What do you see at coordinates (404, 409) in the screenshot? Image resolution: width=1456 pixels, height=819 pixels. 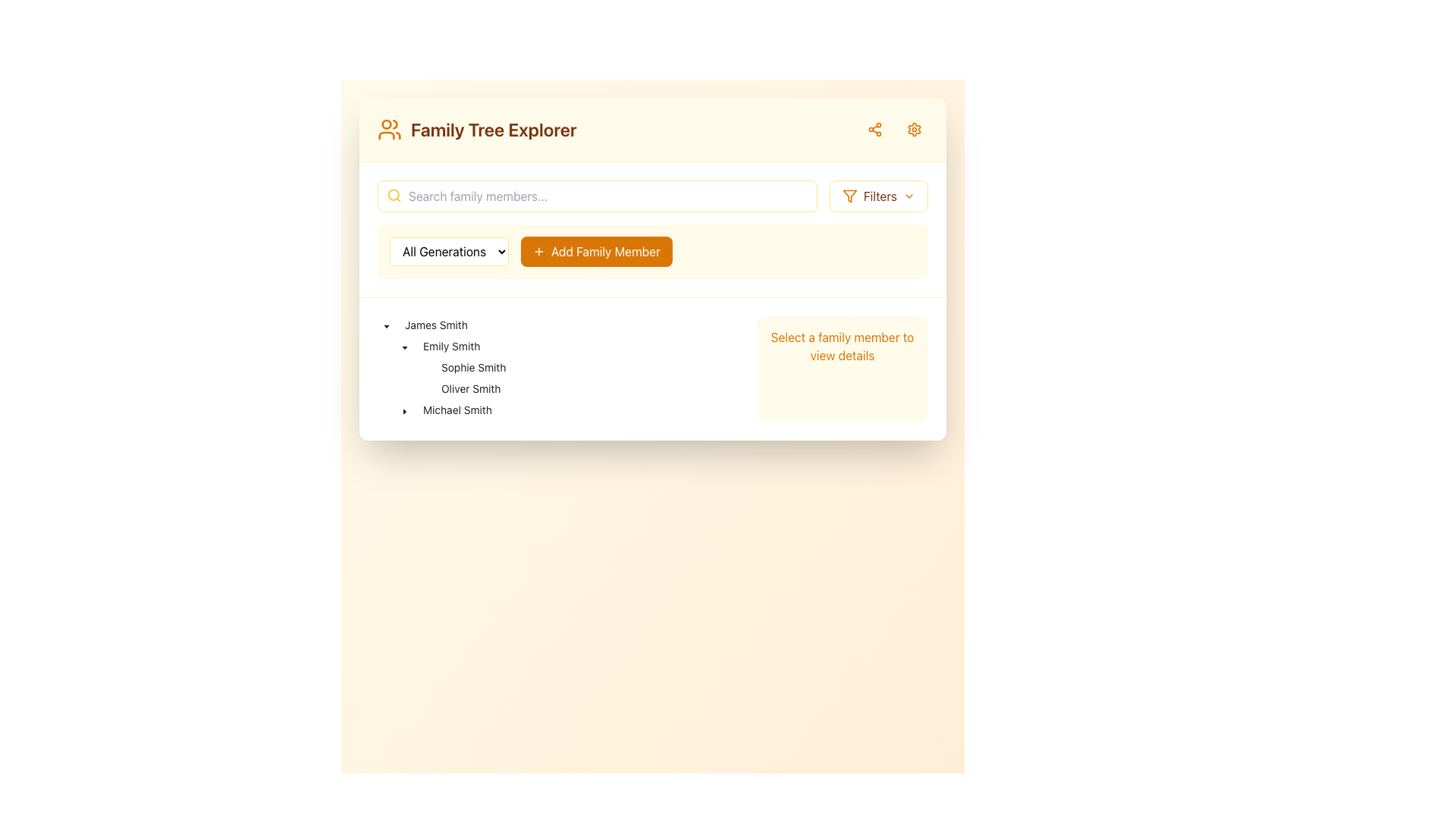 I see `the tree toggle control` at bounding box center [404, 409].